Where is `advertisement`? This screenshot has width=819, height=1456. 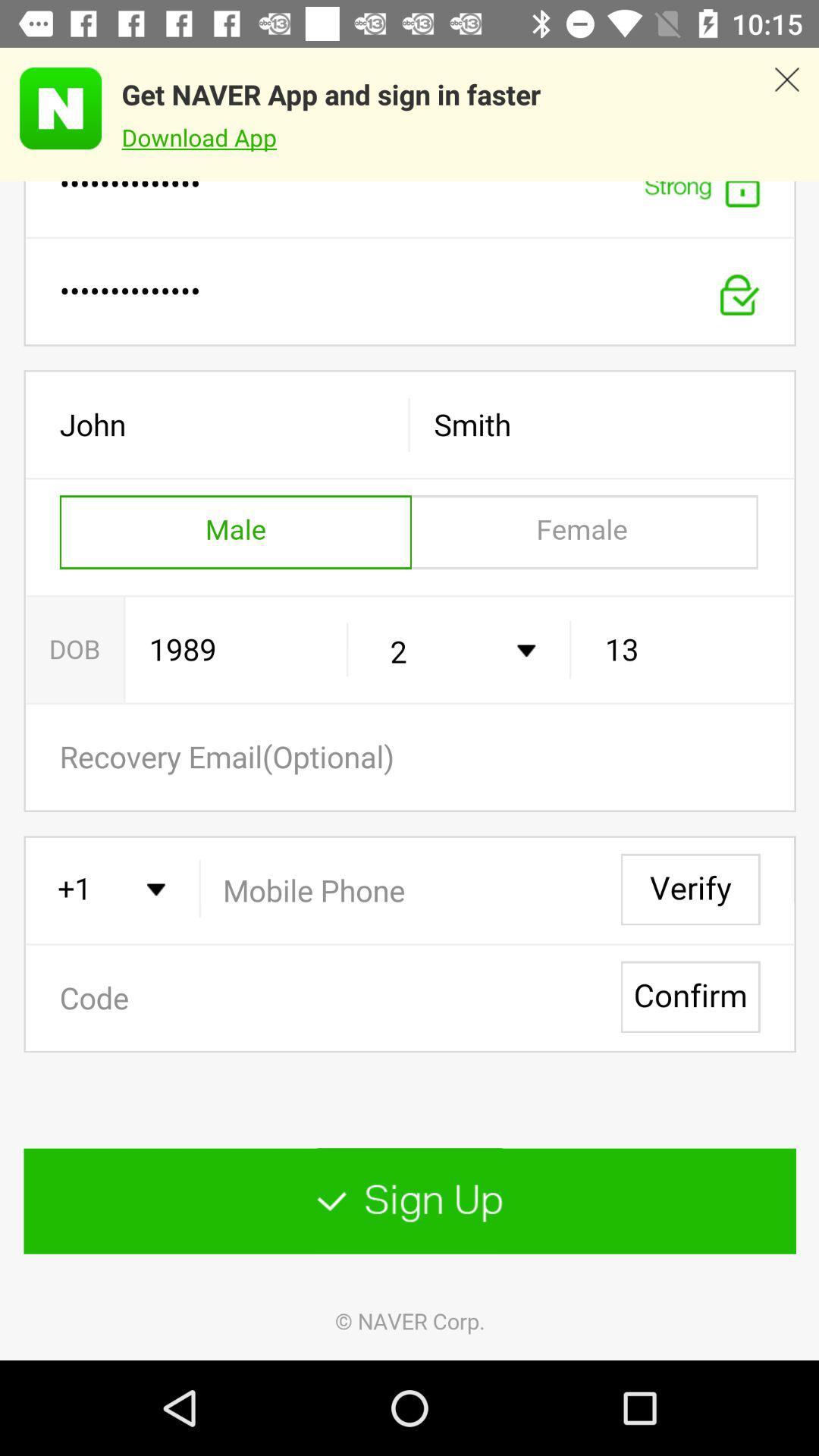
advertisement is located at coordinates (786, 114).